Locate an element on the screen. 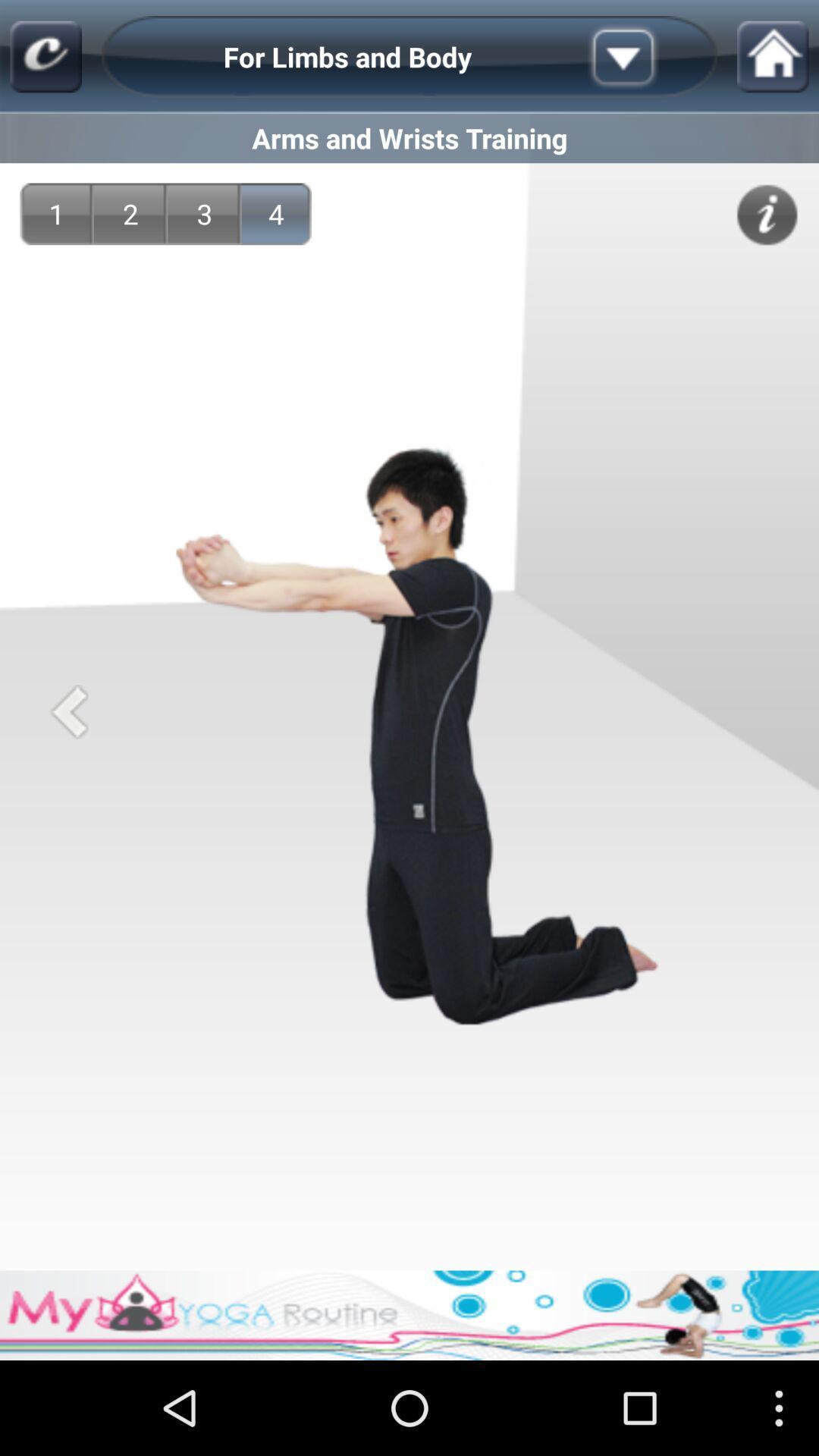 This screenshot has width=819, height=1456. app to the right of the for limbs and app is located at coordinates (647, 57).